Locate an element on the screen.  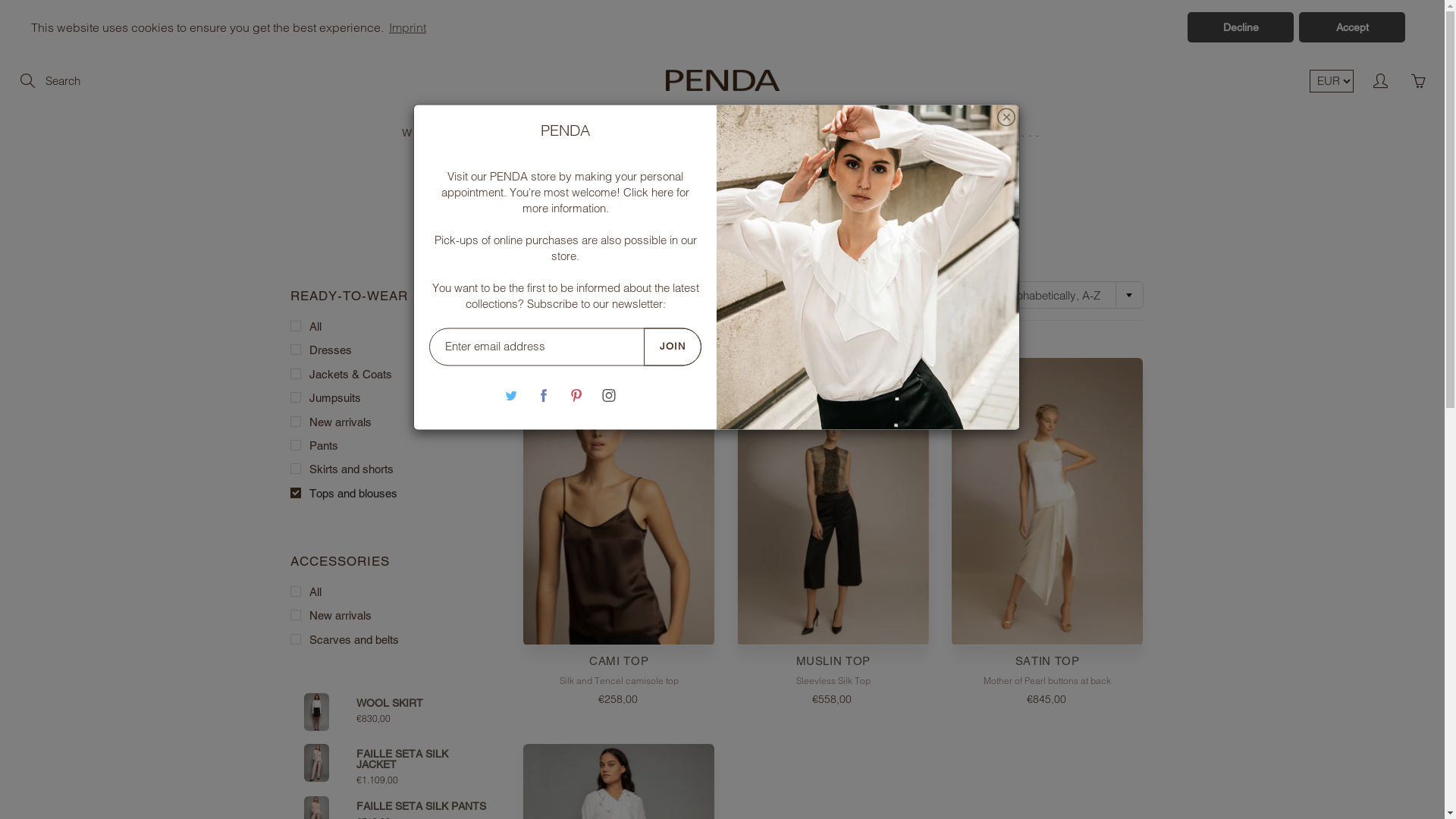
'Search' is located at coordinates (14, 81).